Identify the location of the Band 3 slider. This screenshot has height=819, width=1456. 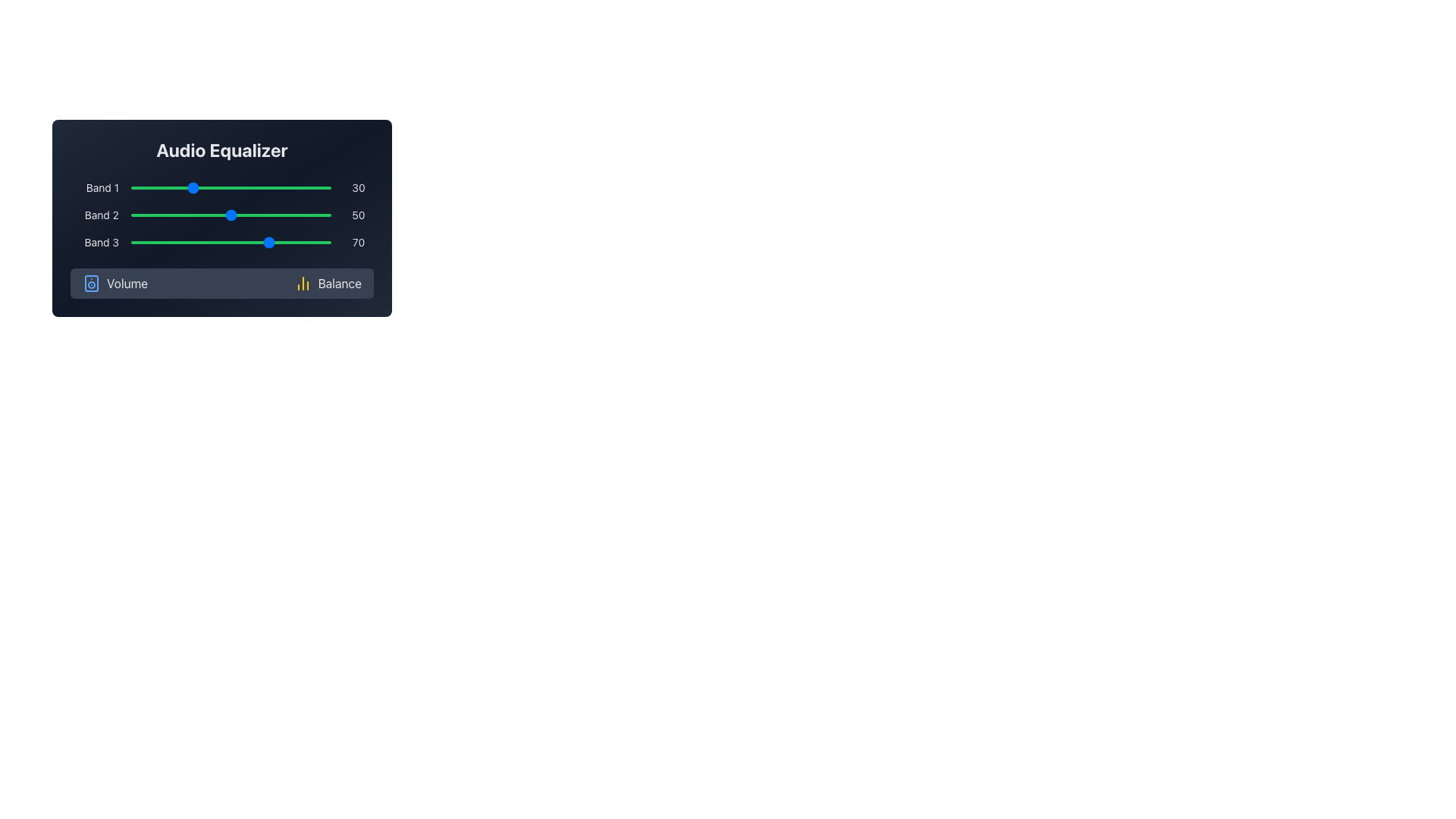
(263, 242).